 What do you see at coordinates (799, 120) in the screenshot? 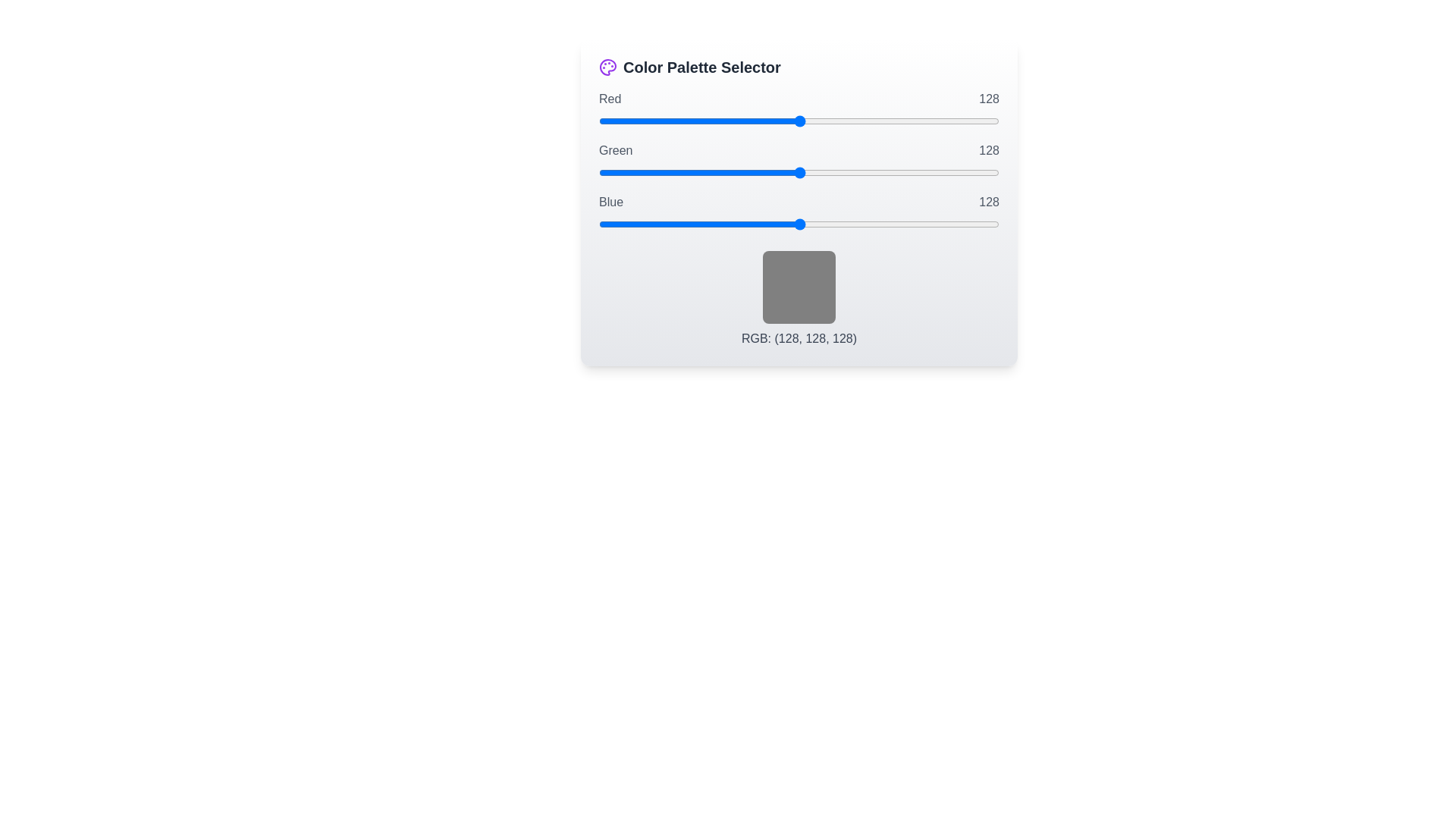
I see `the 0 slider to 215 to observe the color preview box update` at bounding box center [799, 120].